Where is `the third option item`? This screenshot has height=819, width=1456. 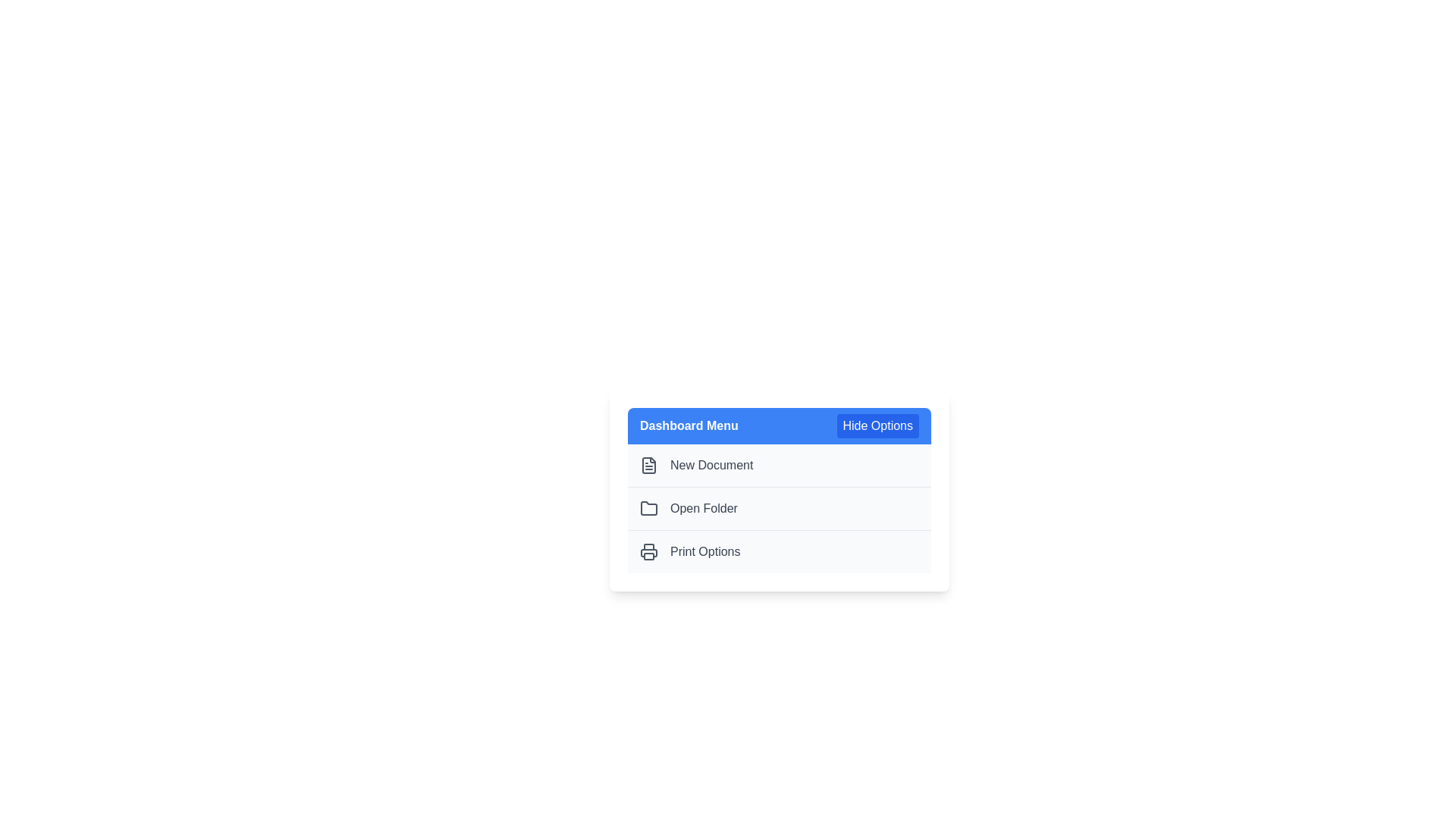 the third option item is located at coordinates (779, 551).